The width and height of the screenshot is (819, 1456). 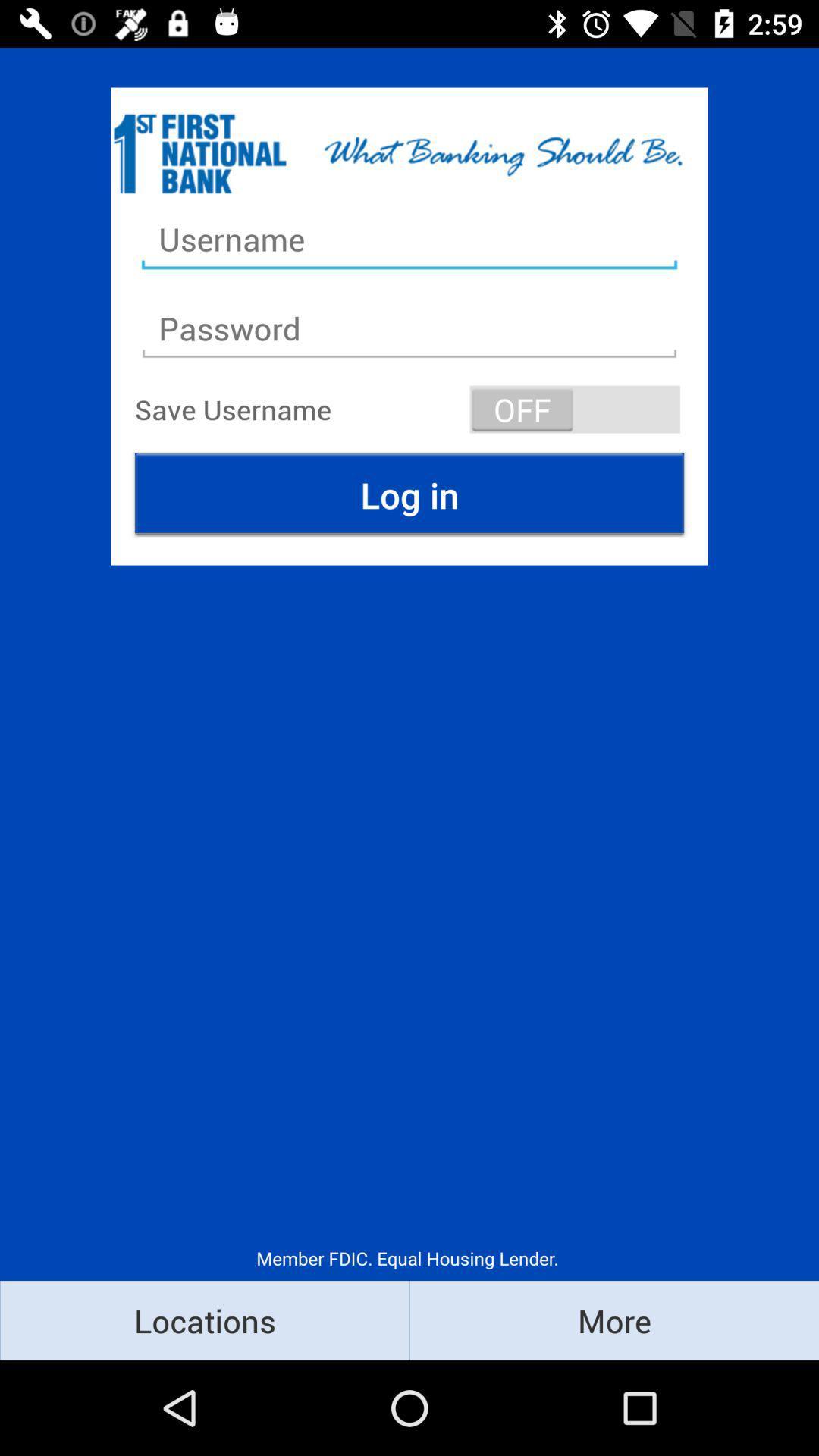 I want to click on the item above the member fdic equal, so click(x=409, y=494).